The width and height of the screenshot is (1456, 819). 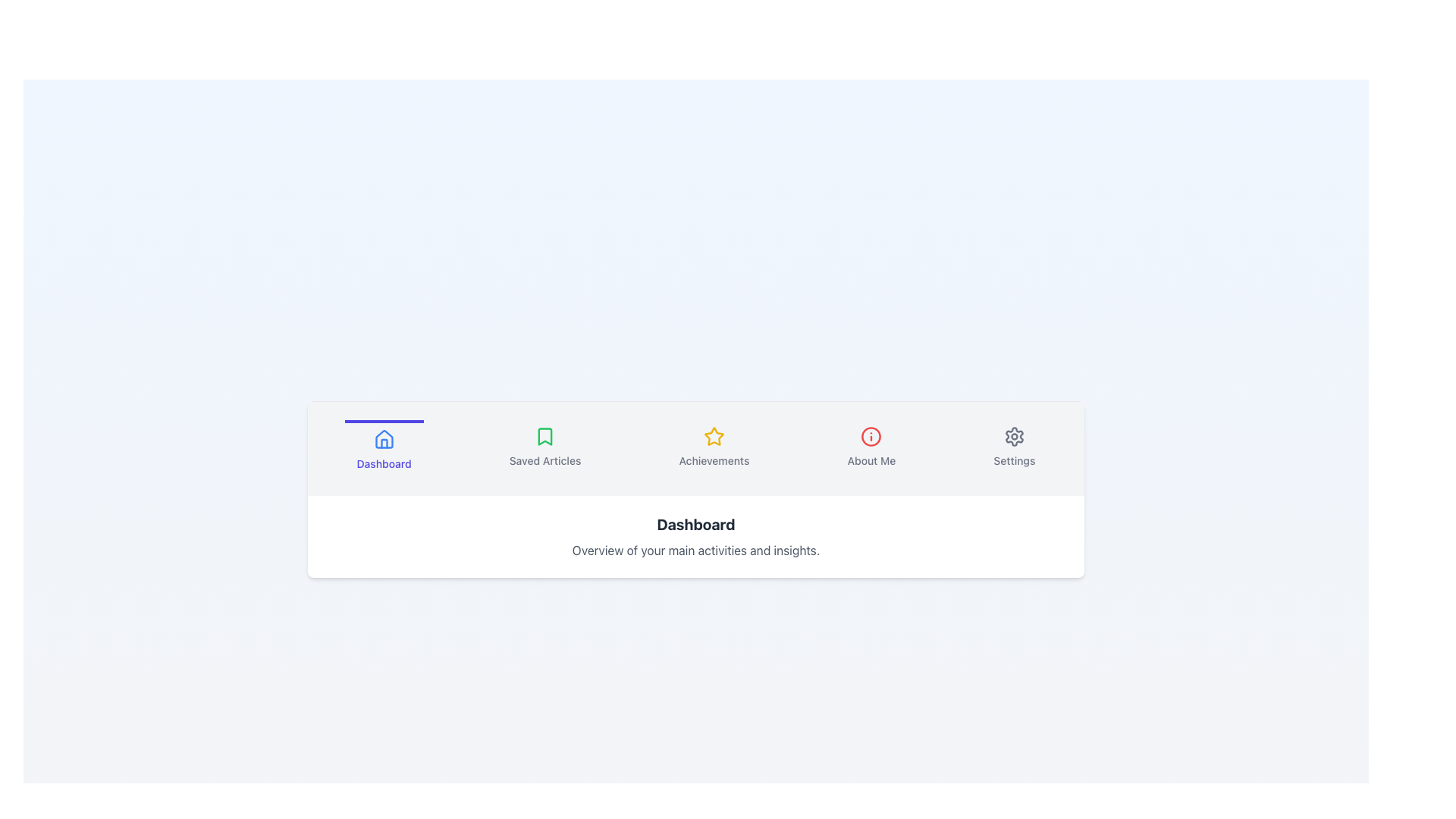 I want to click on text label that contains the description 'Overview of your main activities and insights.' which is displayed in a smaller, gray, and centered font below the 'Dashboard' text, so click(x=695, y=550).